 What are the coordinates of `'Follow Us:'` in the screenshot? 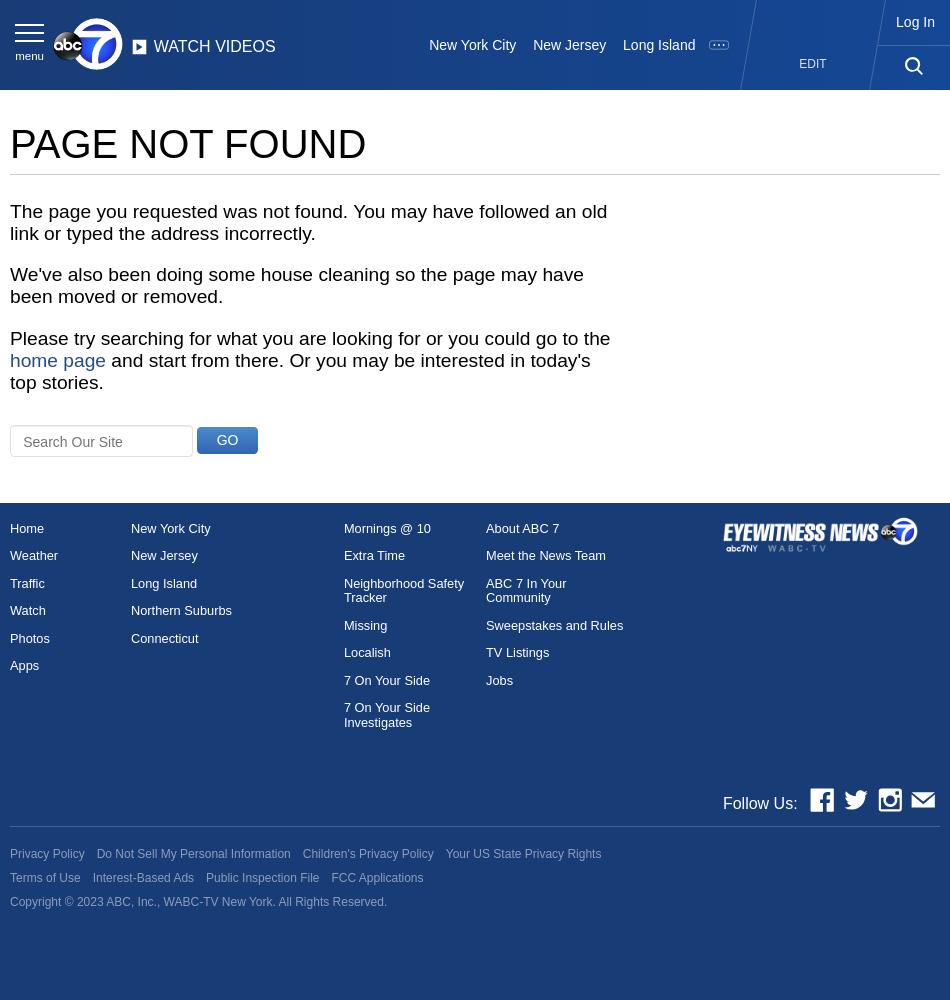 It's located at (758, 803).